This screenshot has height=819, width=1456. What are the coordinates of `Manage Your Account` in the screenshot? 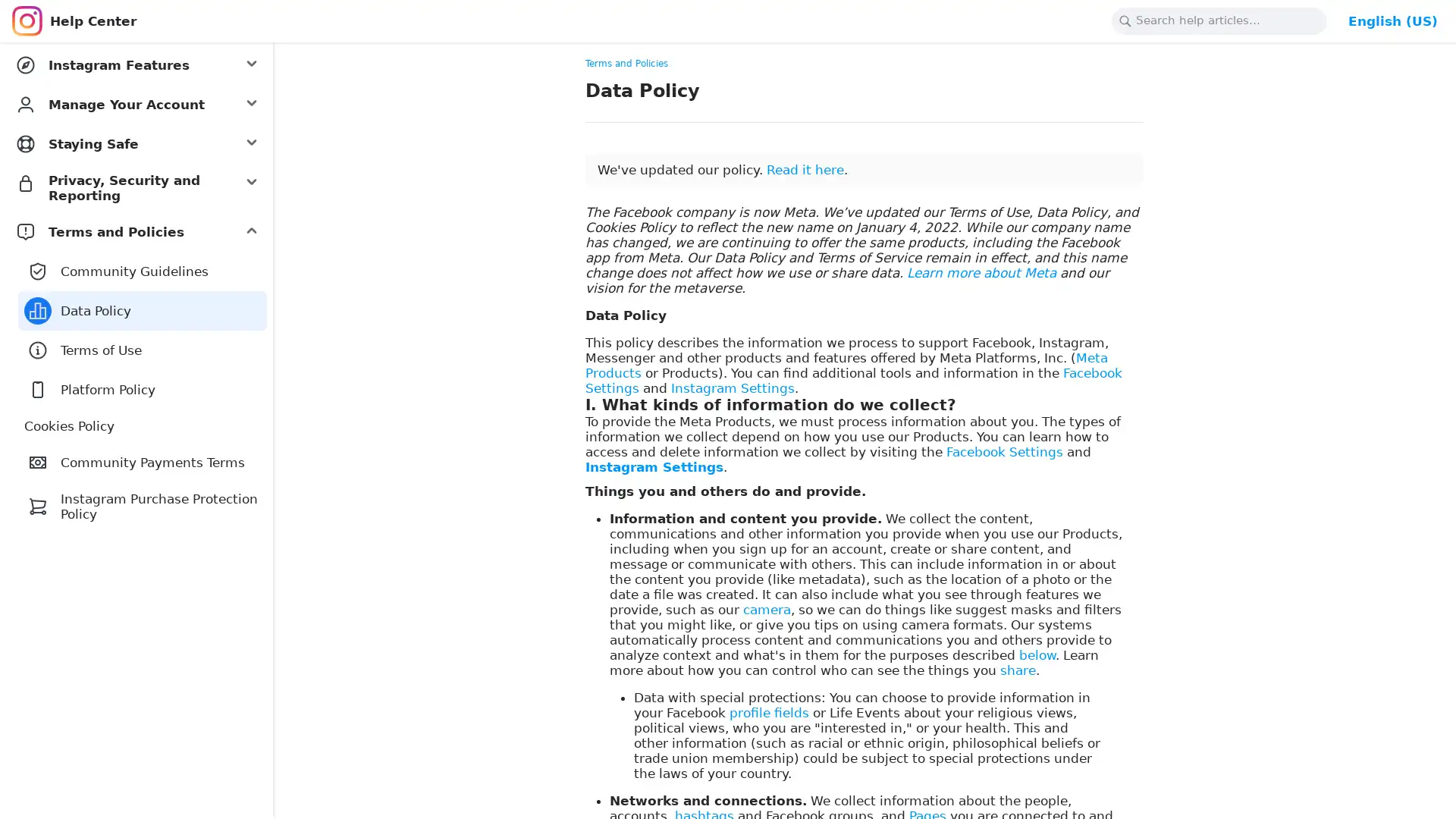 It's located at (136, 104).